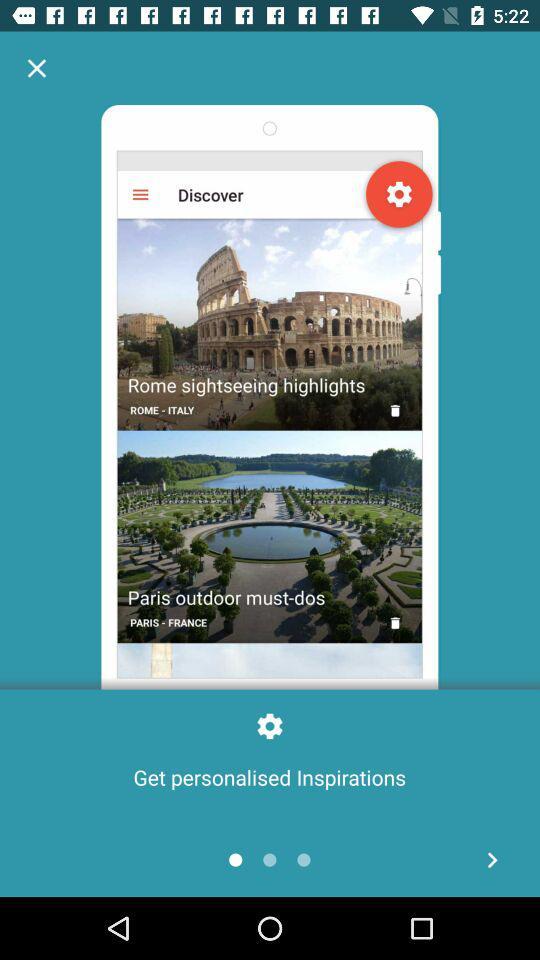 This screenshot has height=960, width=540. What do you see at coordinates (36, 68) in the screenshot?
I see `the icon at the top left corner` at bounding box center [36, 68].